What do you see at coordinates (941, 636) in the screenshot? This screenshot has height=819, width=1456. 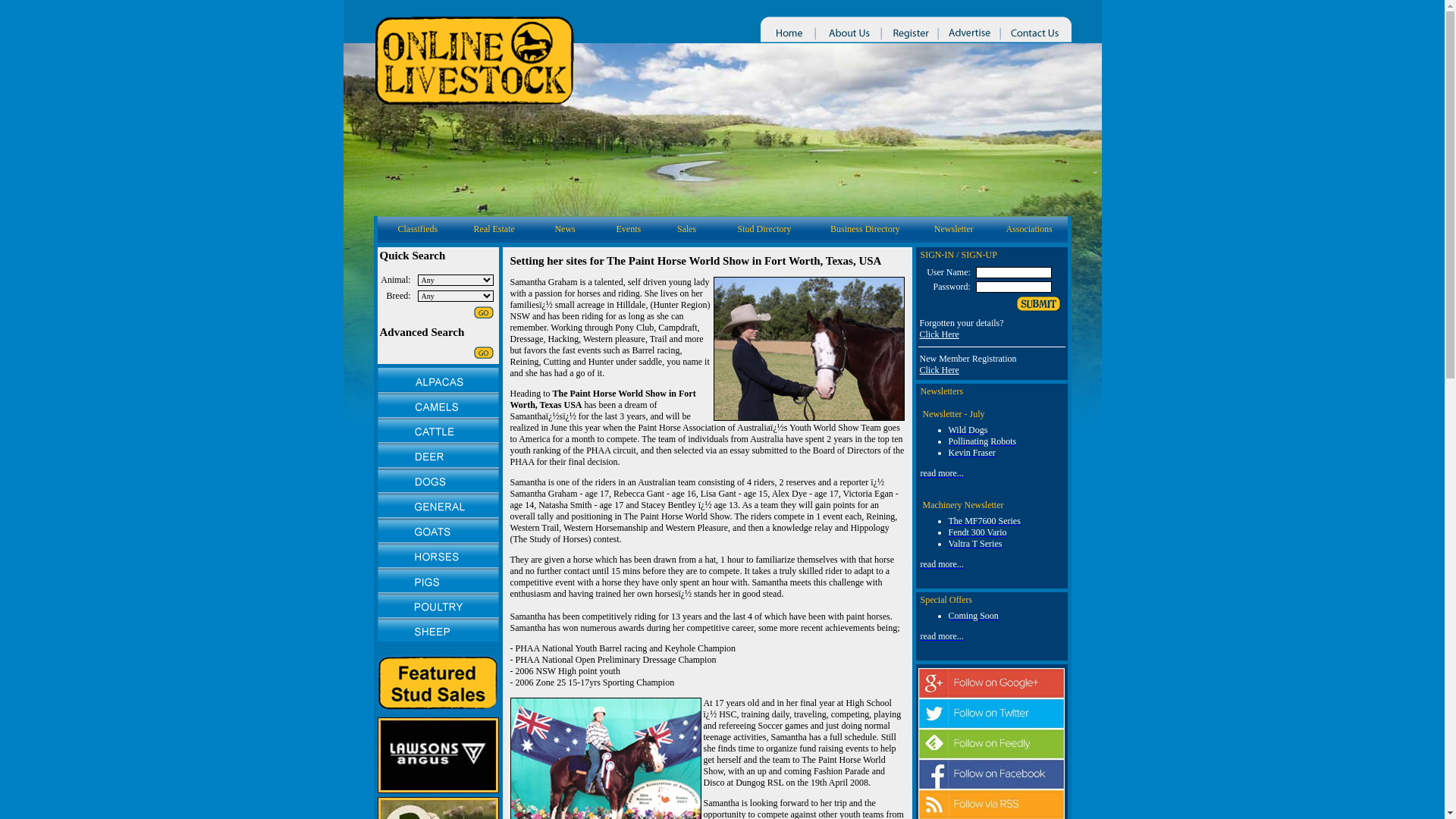 I see `'read more...'` at bounding box center [941, 636].